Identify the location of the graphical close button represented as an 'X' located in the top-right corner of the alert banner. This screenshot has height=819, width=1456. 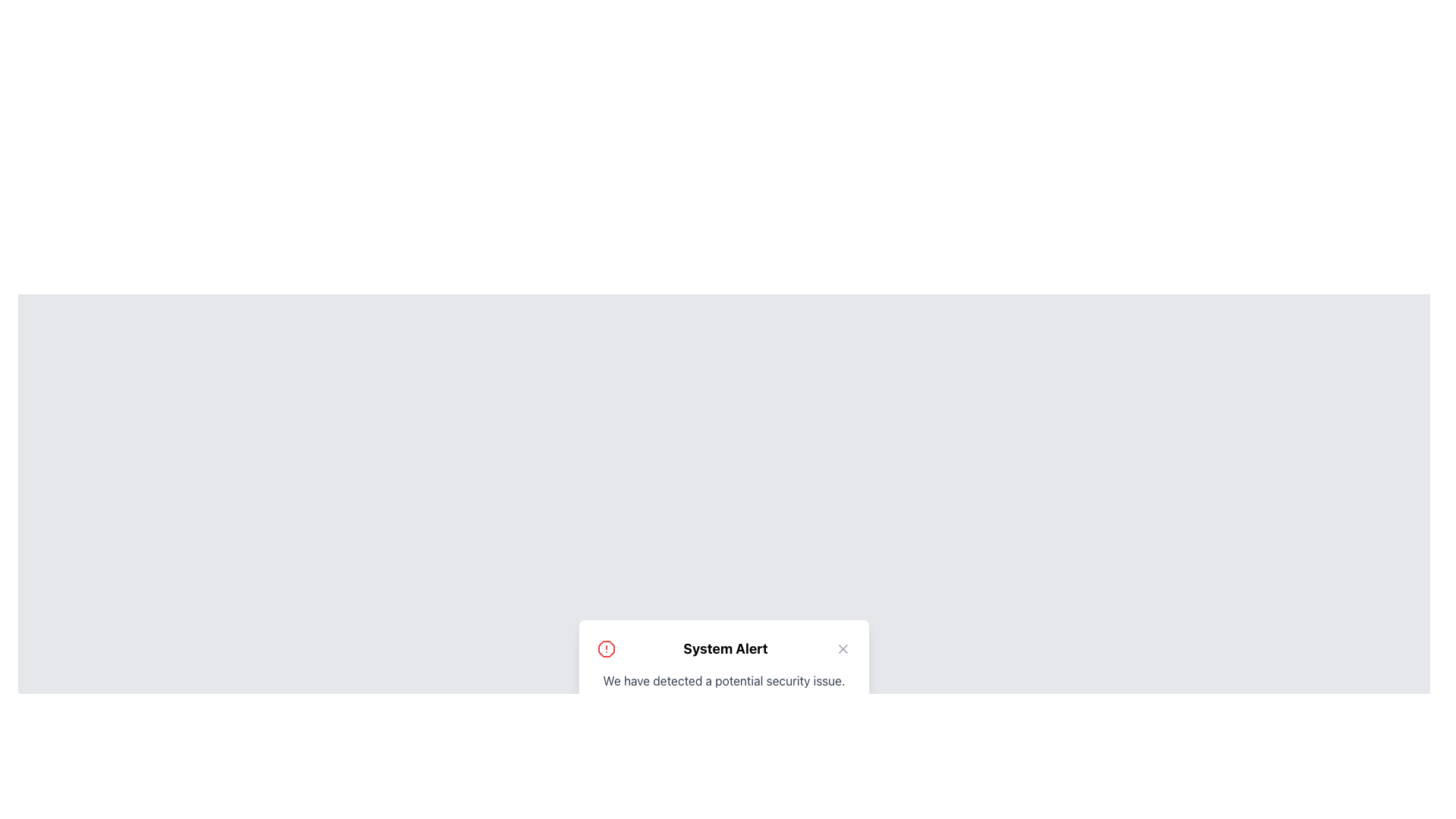
(843, 648).